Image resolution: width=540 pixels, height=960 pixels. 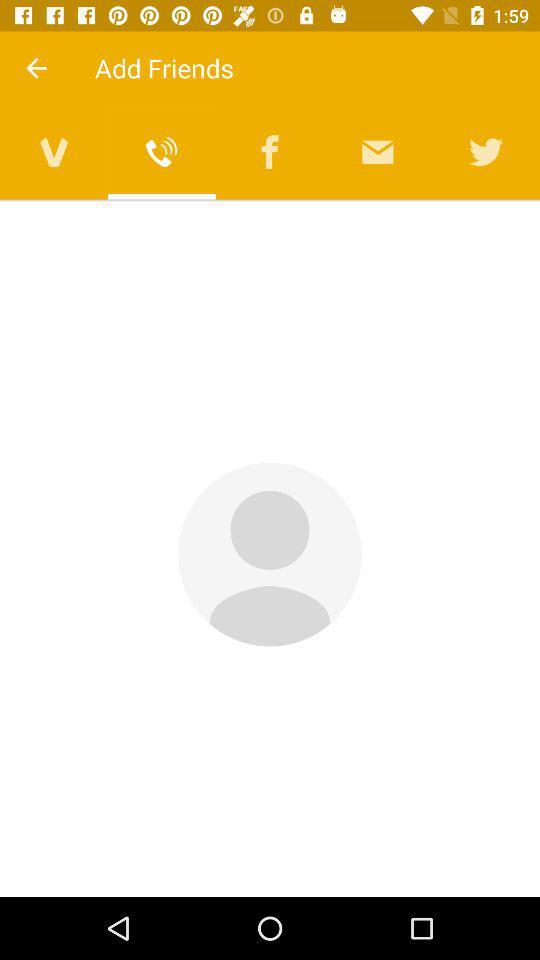 What do you see at coordinates (270, 151) in the screenshot?
I see `the facebook icon` at bounding box center [270, 151].